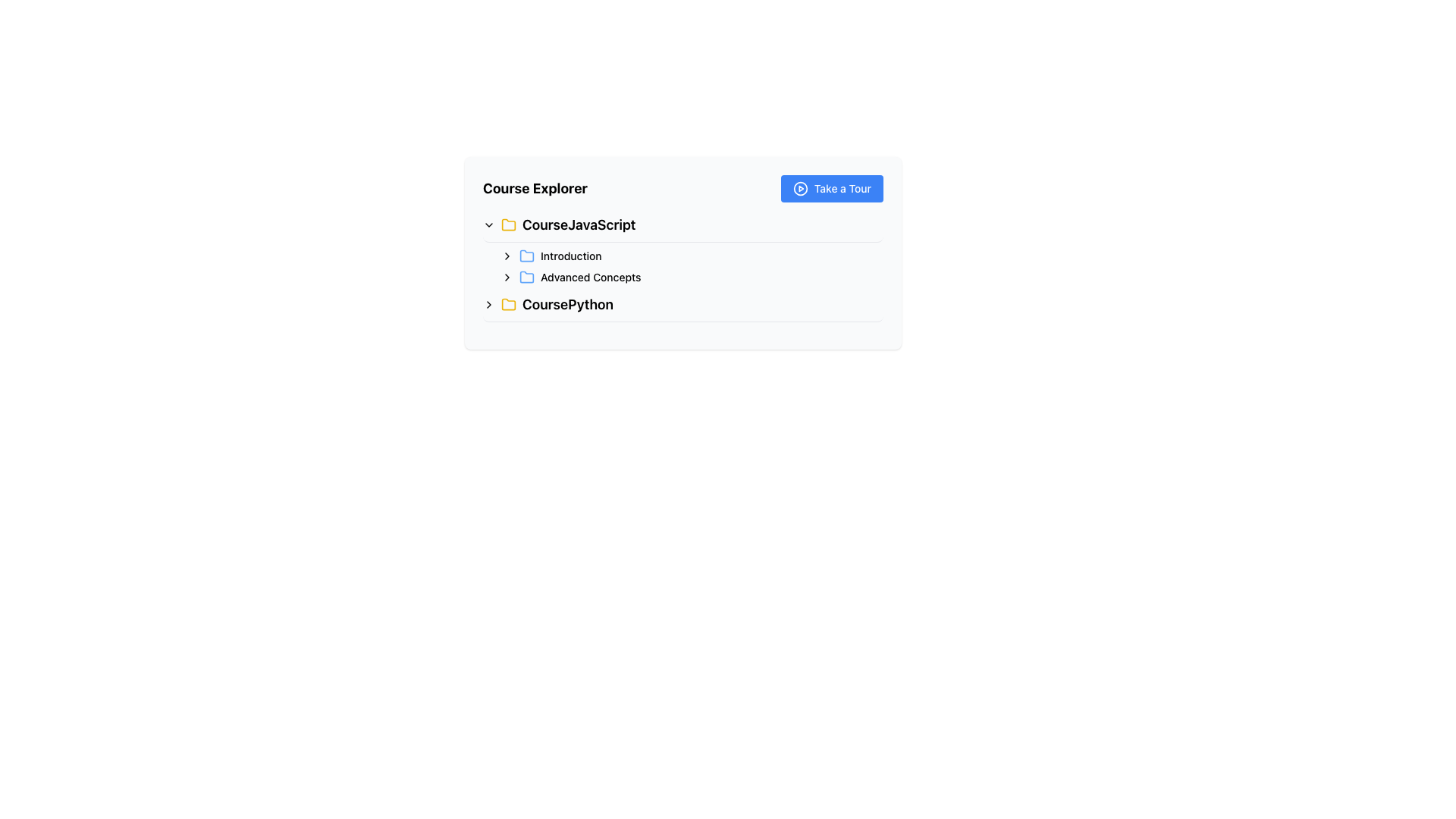  Describe the element at coordinates (507, 256) in the screenshot. I see `the rightward-facing chevron icon located in the 'Introduction' section of the 'CourseJavaScript' category` at that location.